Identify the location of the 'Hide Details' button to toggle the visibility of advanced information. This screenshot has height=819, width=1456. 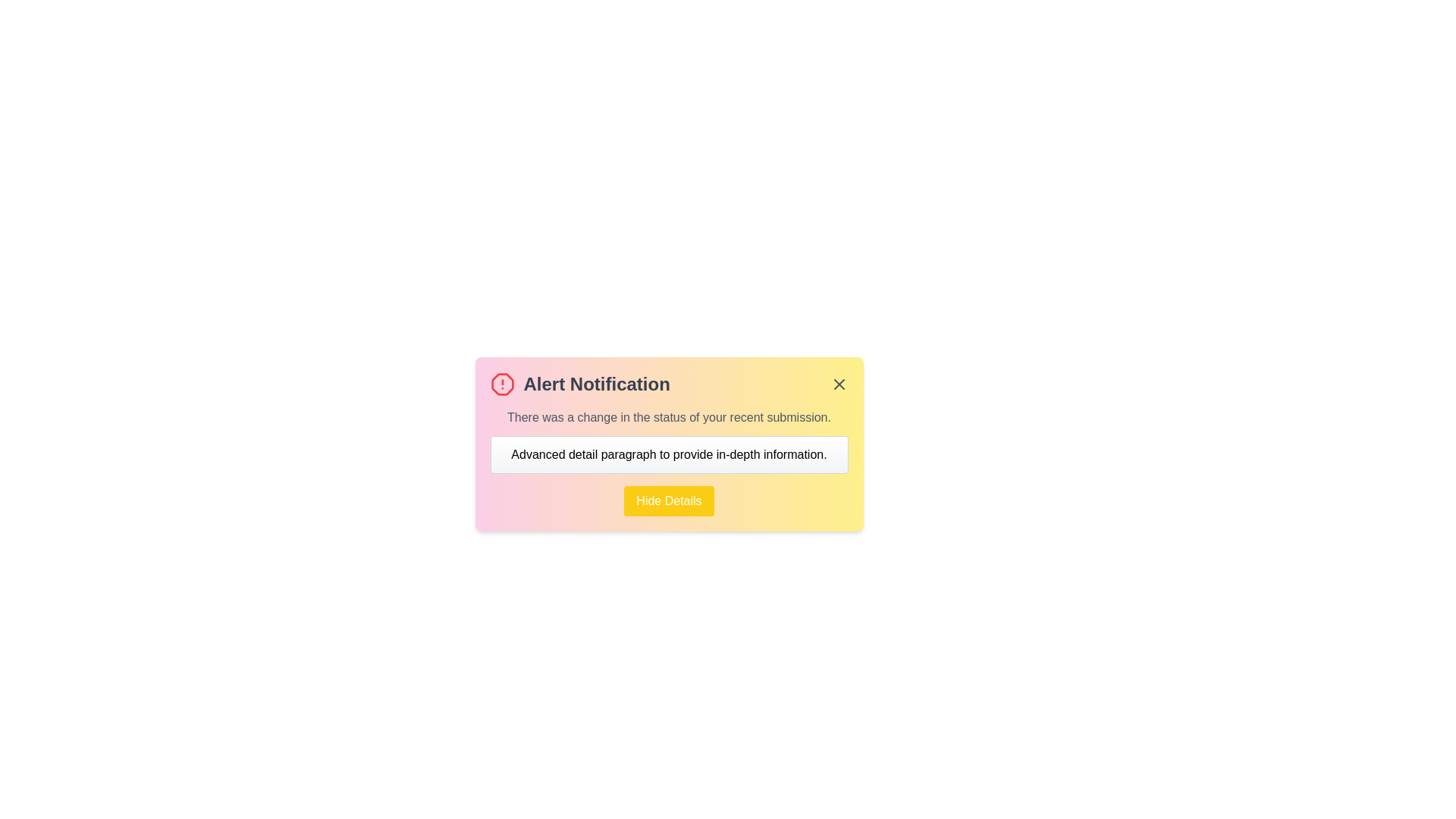
(668, 500).